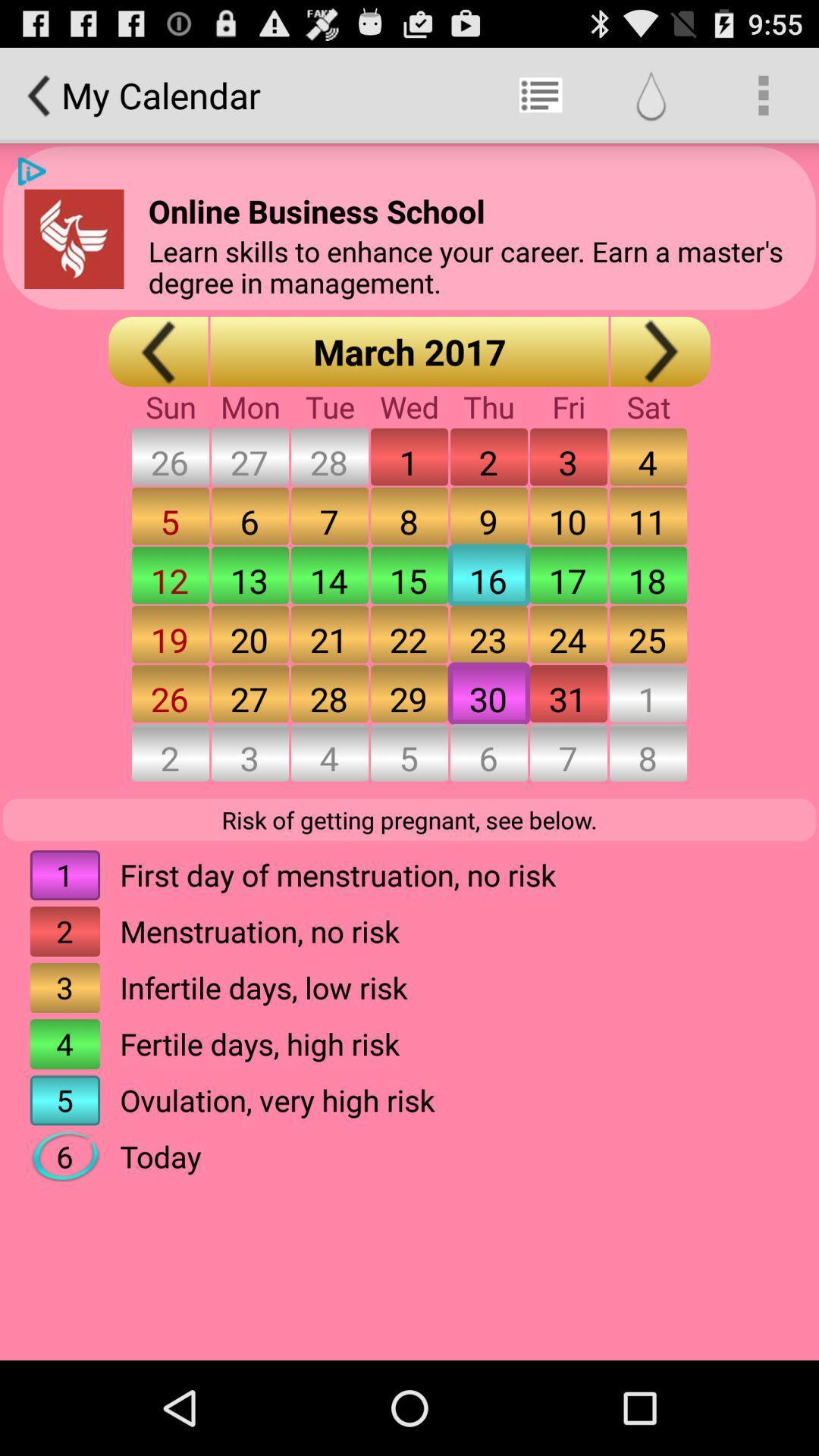 Image resolution: width=819 pixels, height=1456 pixels. I want to click on previous month, so click(158, 350).